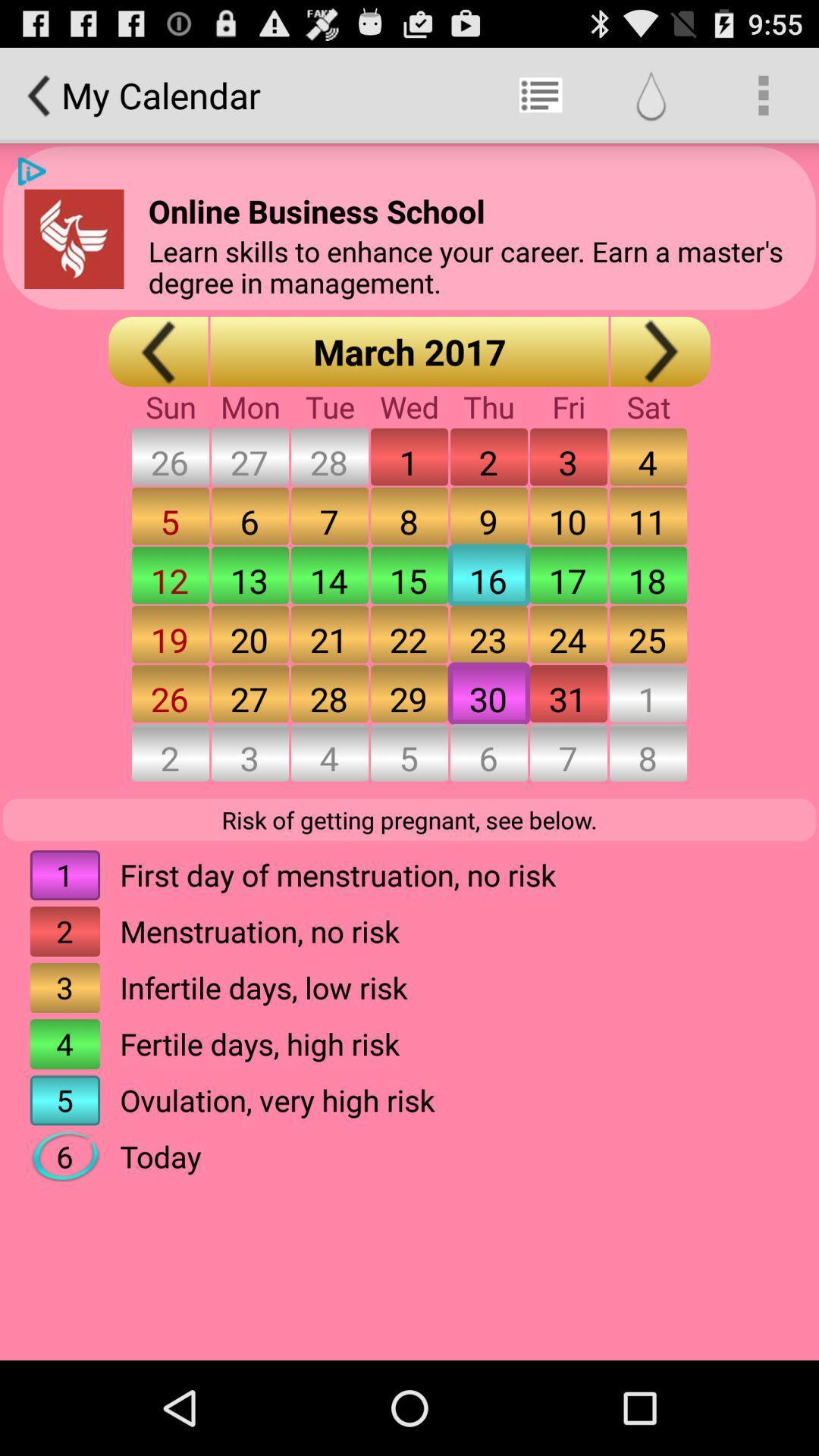 Image resolution: width=819 pixels, height=1456 pixels. I want to click on previous month, so click(158, 350).